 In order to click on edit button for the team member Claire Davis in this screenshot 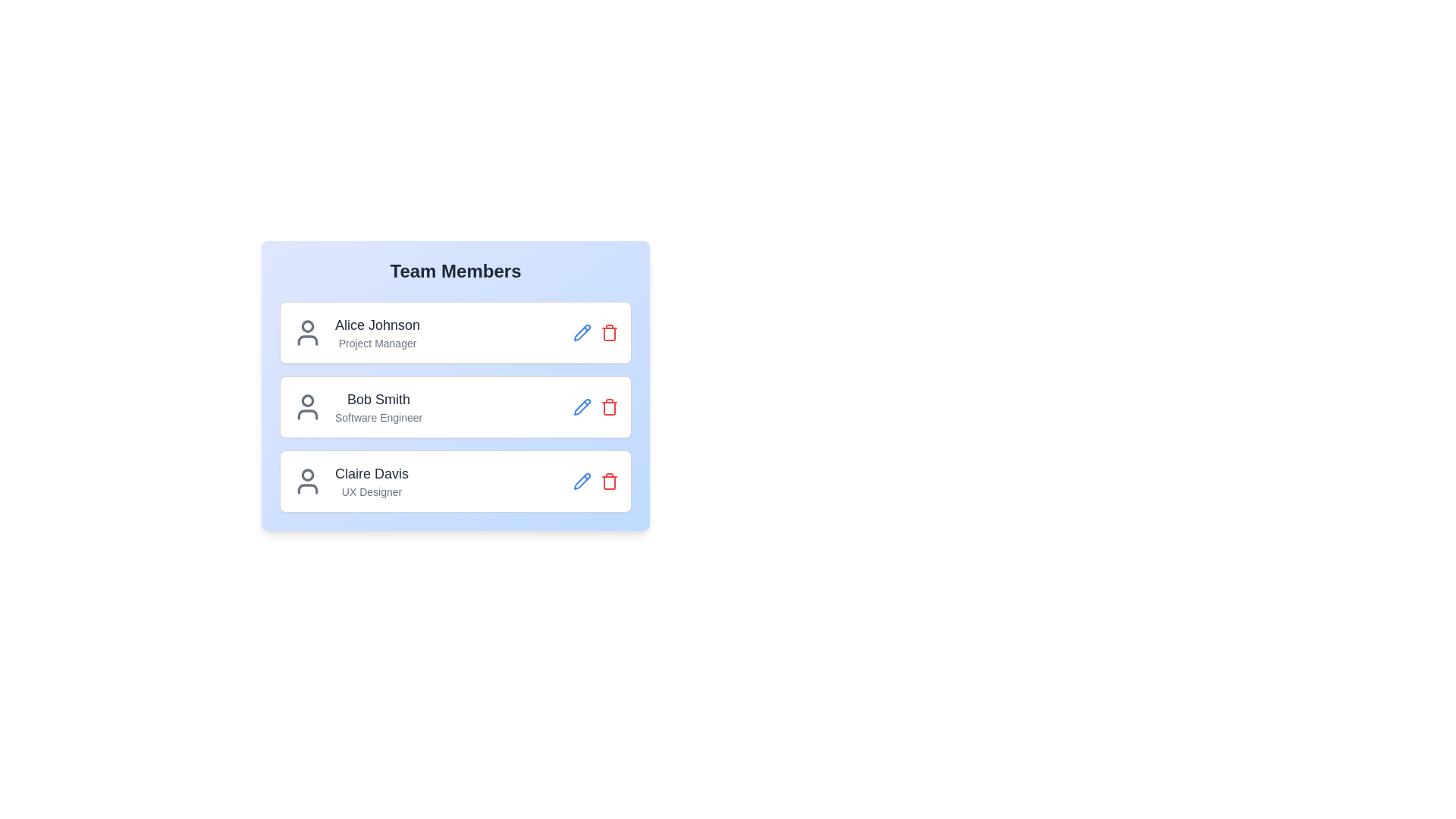, I will do `click(582, 482)`.